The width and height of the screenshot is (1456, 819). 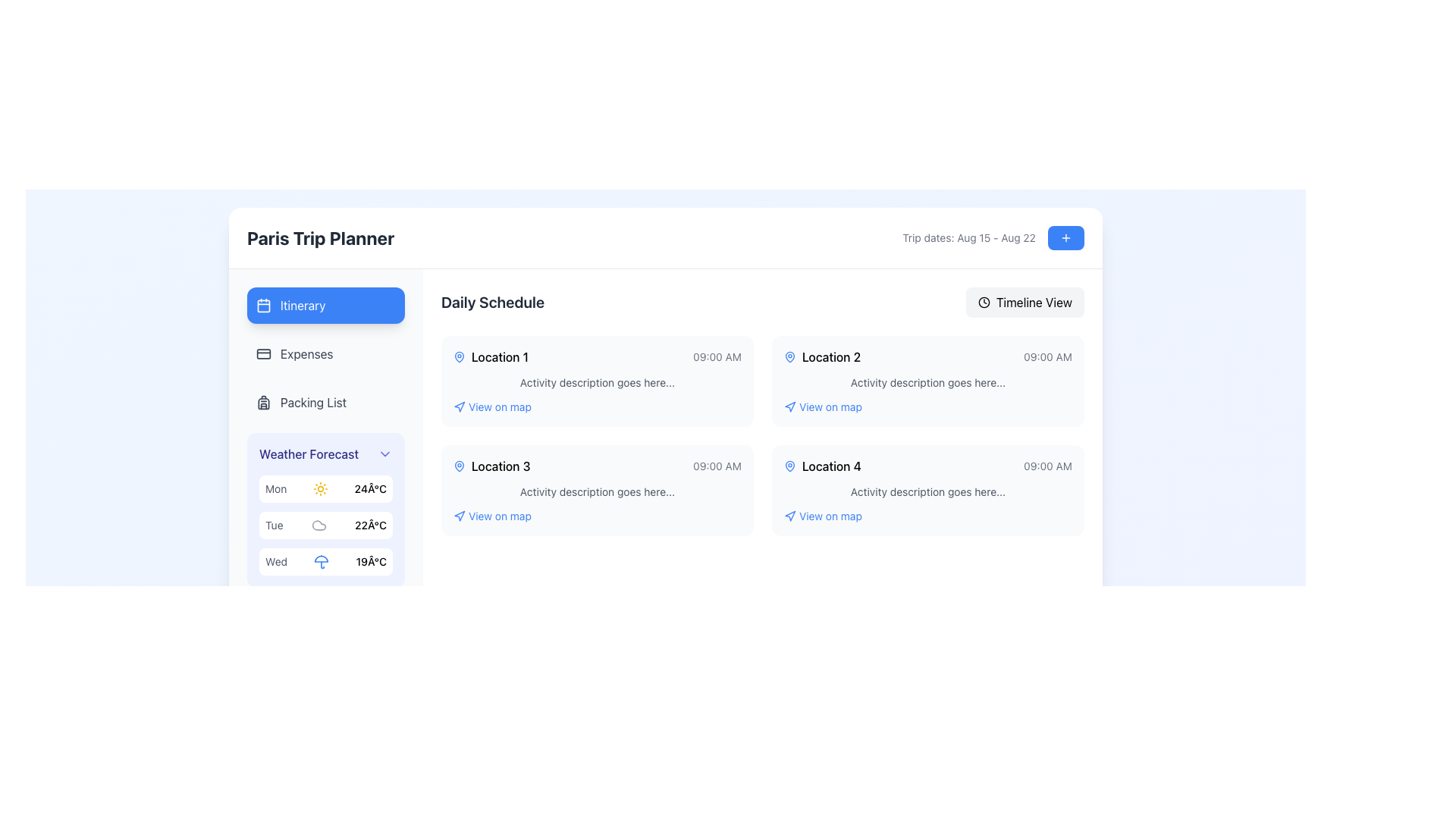 What do you see at coordinates (263, 402) in the screenshot?
I see `the gray backpack icon, which is a minimalistic SVG element located adjacent to the 'Packing List' text in the vertical navigation list` at bounding box center [263, 402].